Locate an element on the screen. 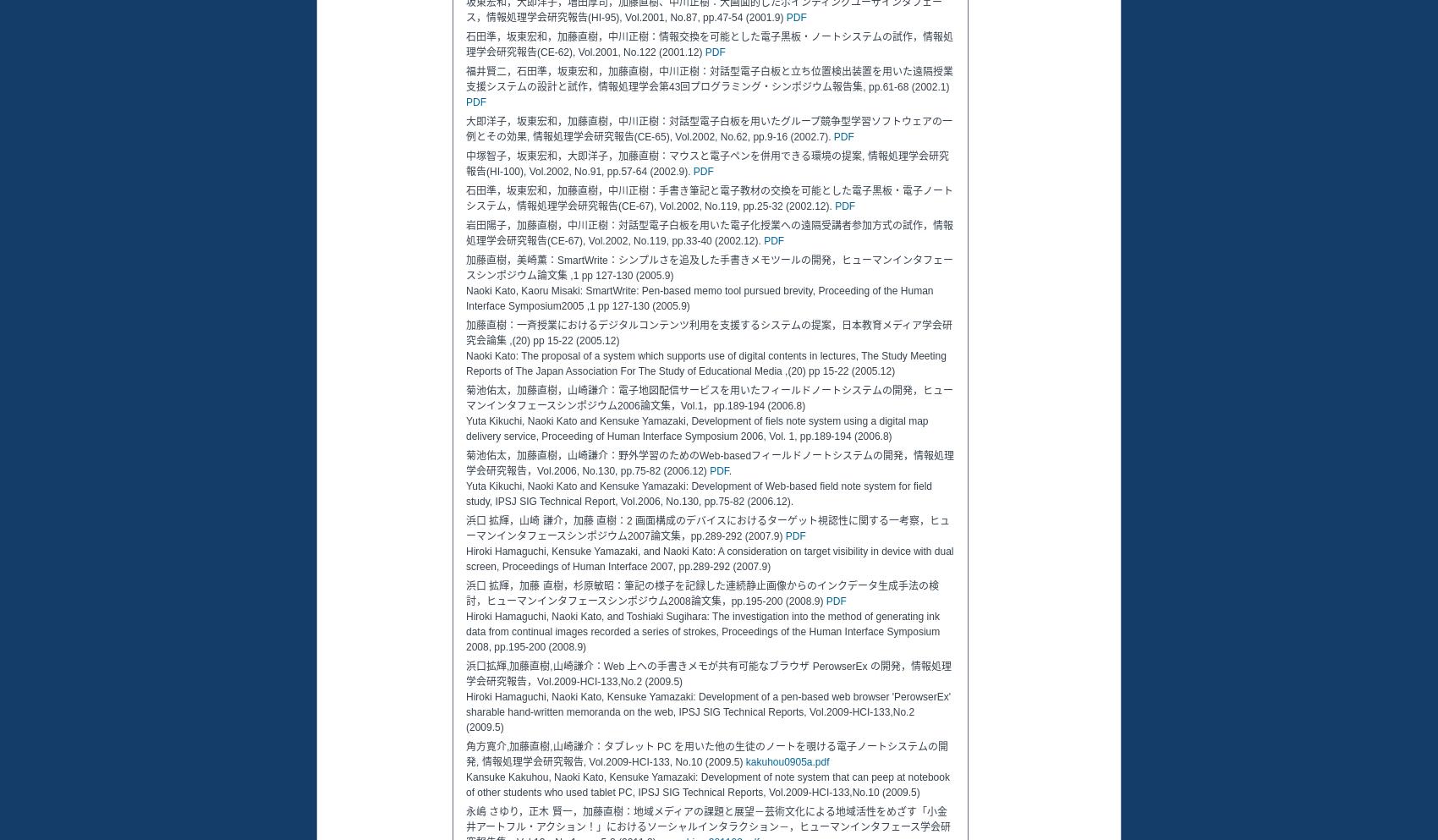 The height and width of the screenshot is (840, 1438). '菊池佑太，加藤直樹，山崎謙介：電子地図配信サービスを用いたフィールドノートシステムの開発，ヒューマンインタフェースシンポジウム2006論文集，Vol.1，pp.189-194 (2006.8)' is located at coordinates (464, 397).